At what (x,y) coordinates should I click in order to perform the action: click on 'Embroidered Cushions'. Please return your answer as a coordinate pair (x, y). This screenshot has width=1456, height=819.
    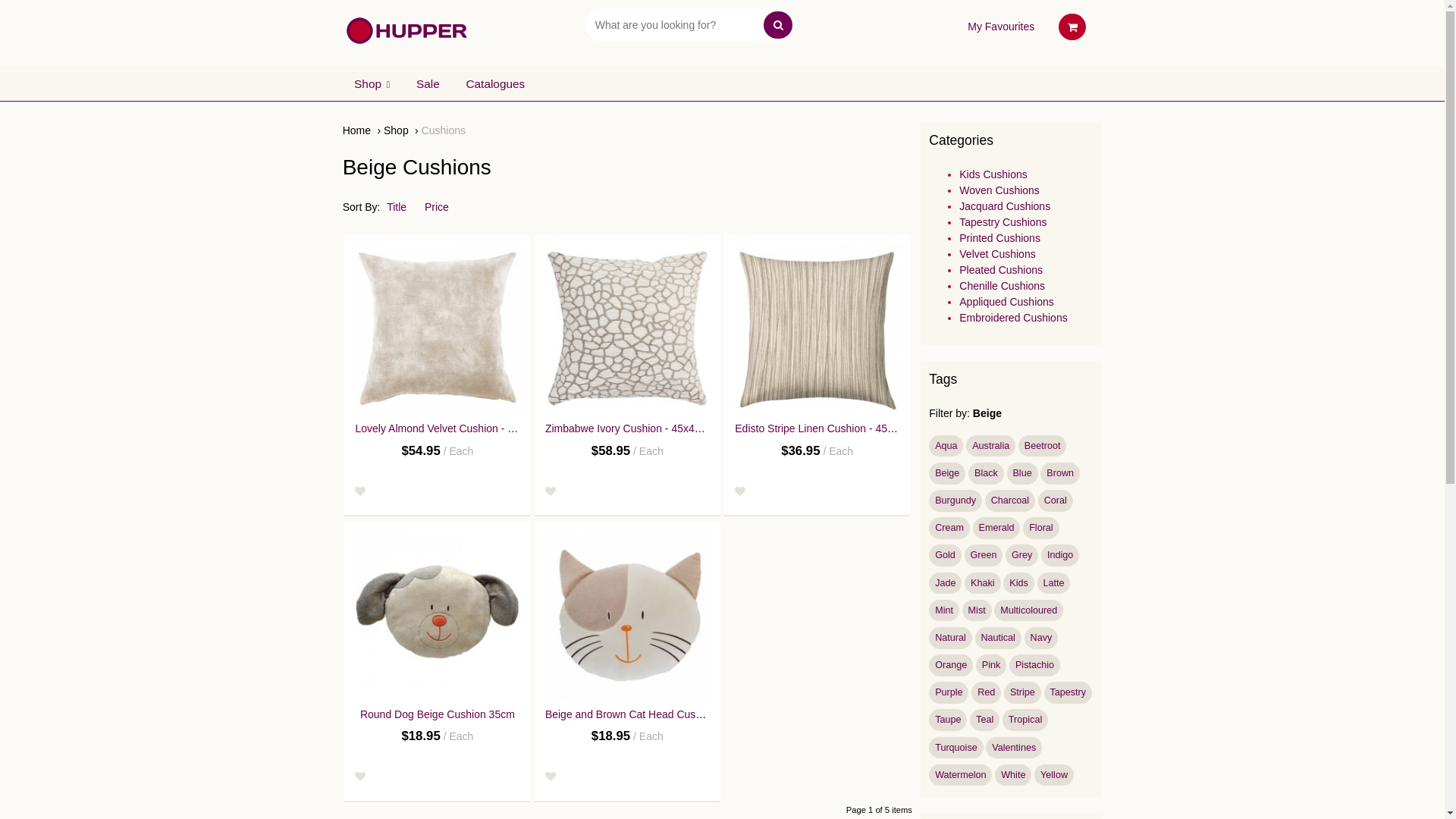
    Looking at the image, I should click on (1012, 317).